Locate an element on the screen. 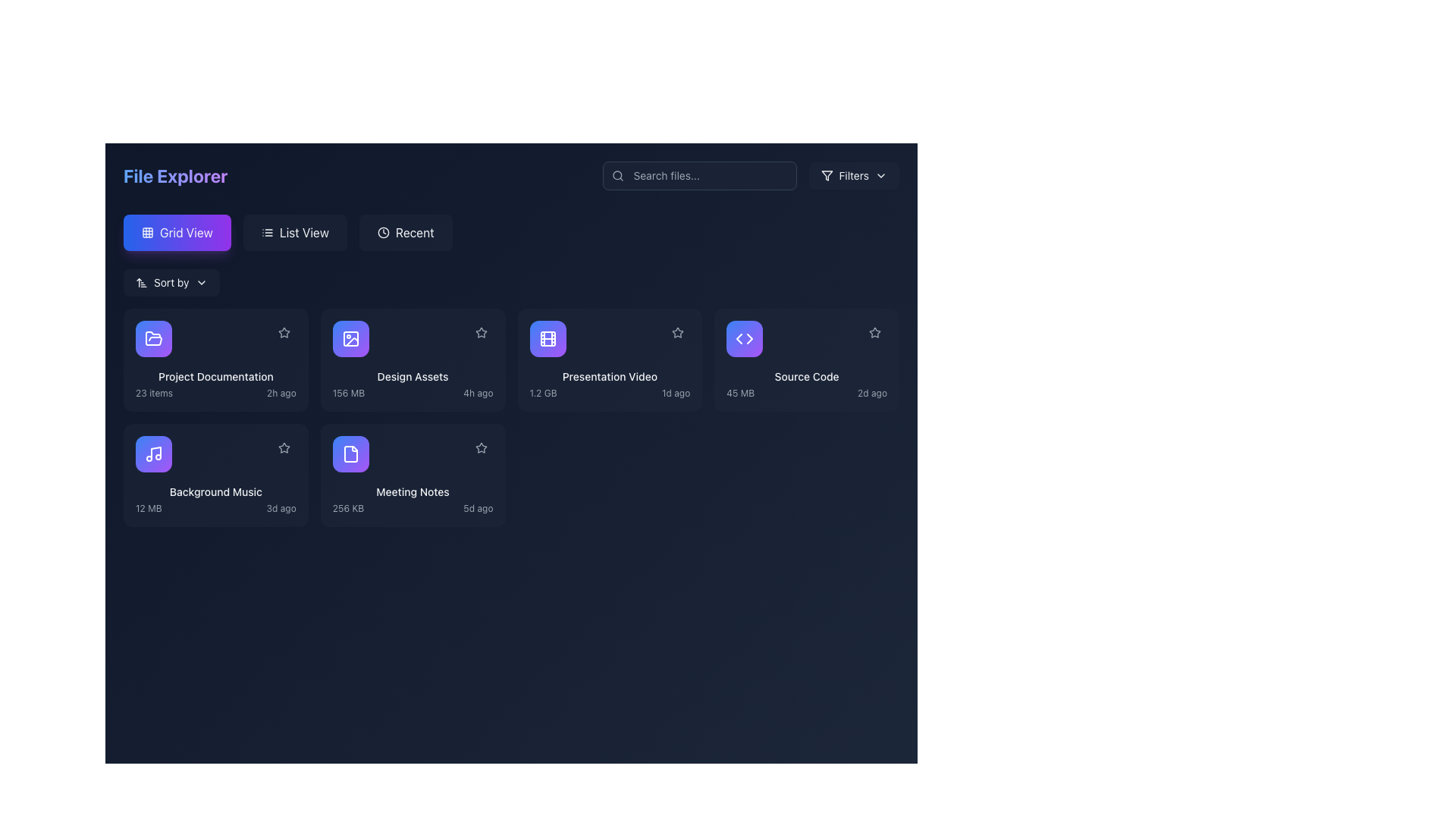 The width and height of the screenshot is (1456, 819). the star icon located in the top-right corner of the 'Presentation Video' file card to mark it as a favorite is located at coordinates (677, 332).